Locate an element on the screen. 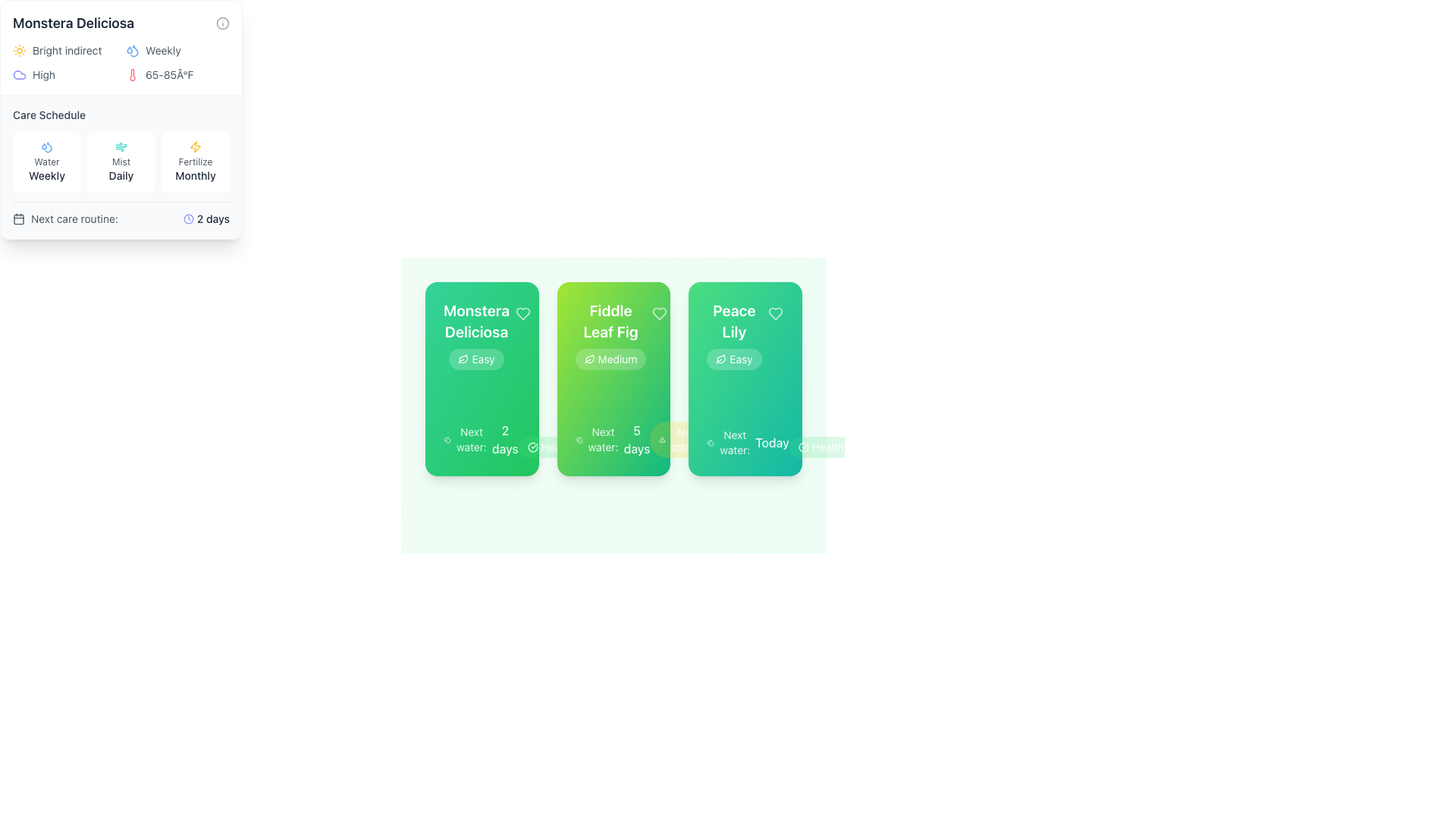 This screenshot has width=1456, height=819. text from the Text Label displaying 'Fiddle Leaf Fig' prominently in bold white font and 'Medium' in smaller text below it, located in the upper section of the central green card is located at coordinates (613, 334).